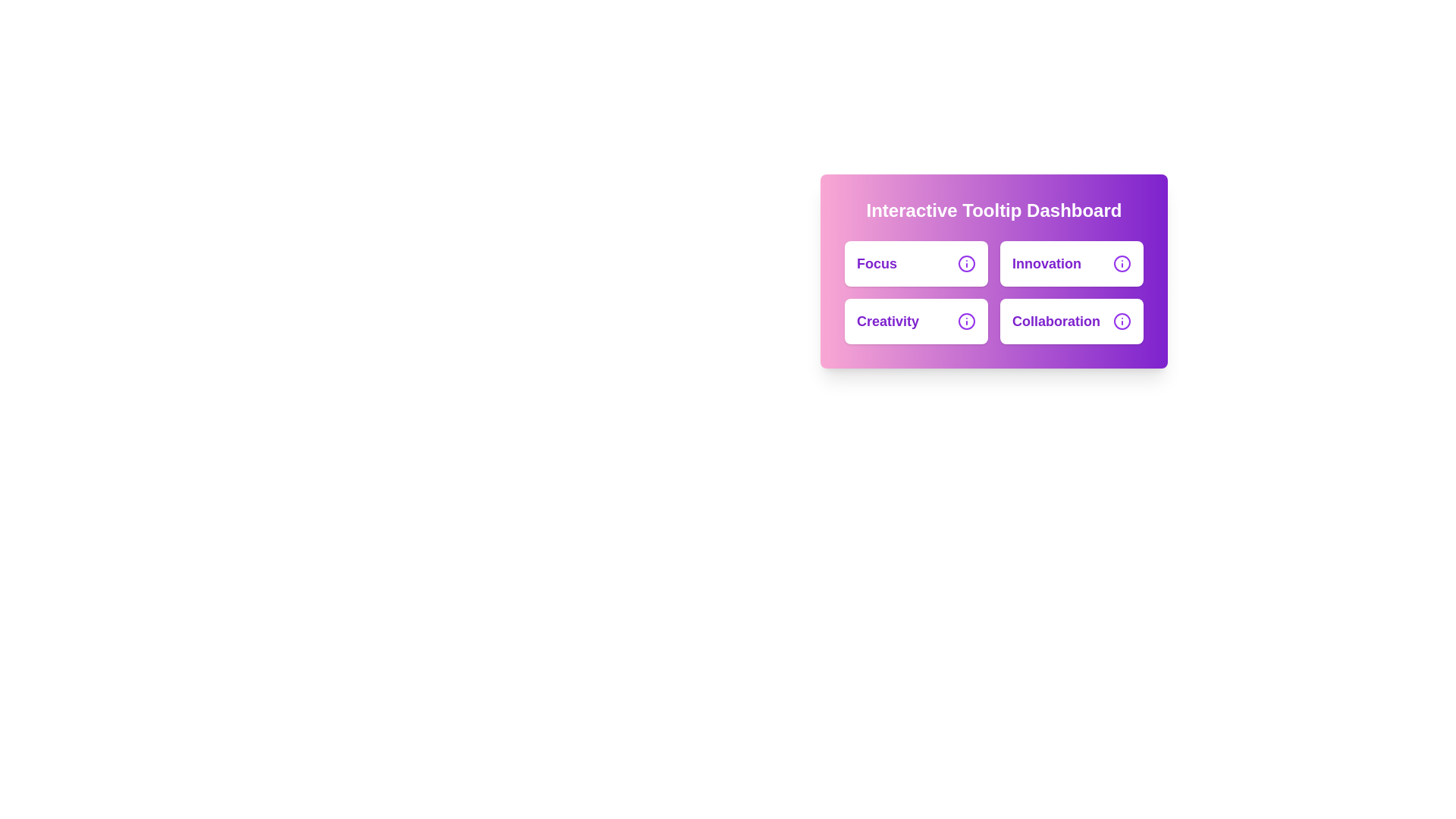  I want to click on the Circular SVG icon related to 'Creativity' in the four-section grid by clicking it to access additional information, so click(966, 321).